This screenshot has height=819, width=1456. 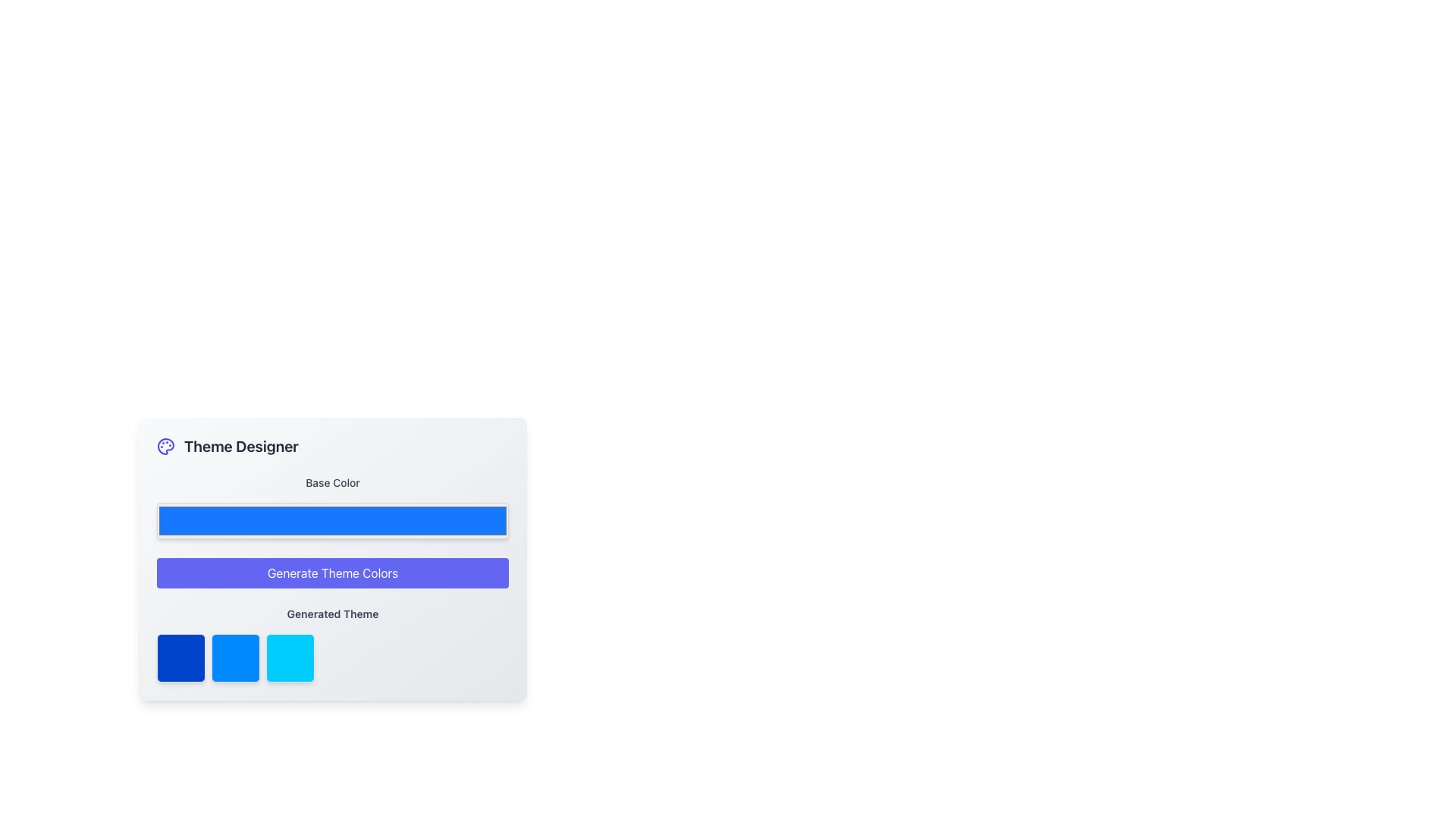 I want to click on the static text label that indicates the theme customization functionality, positioned to the right of the accompanying icon and above the 'Base Color' bar, so click(x=240, y=446).